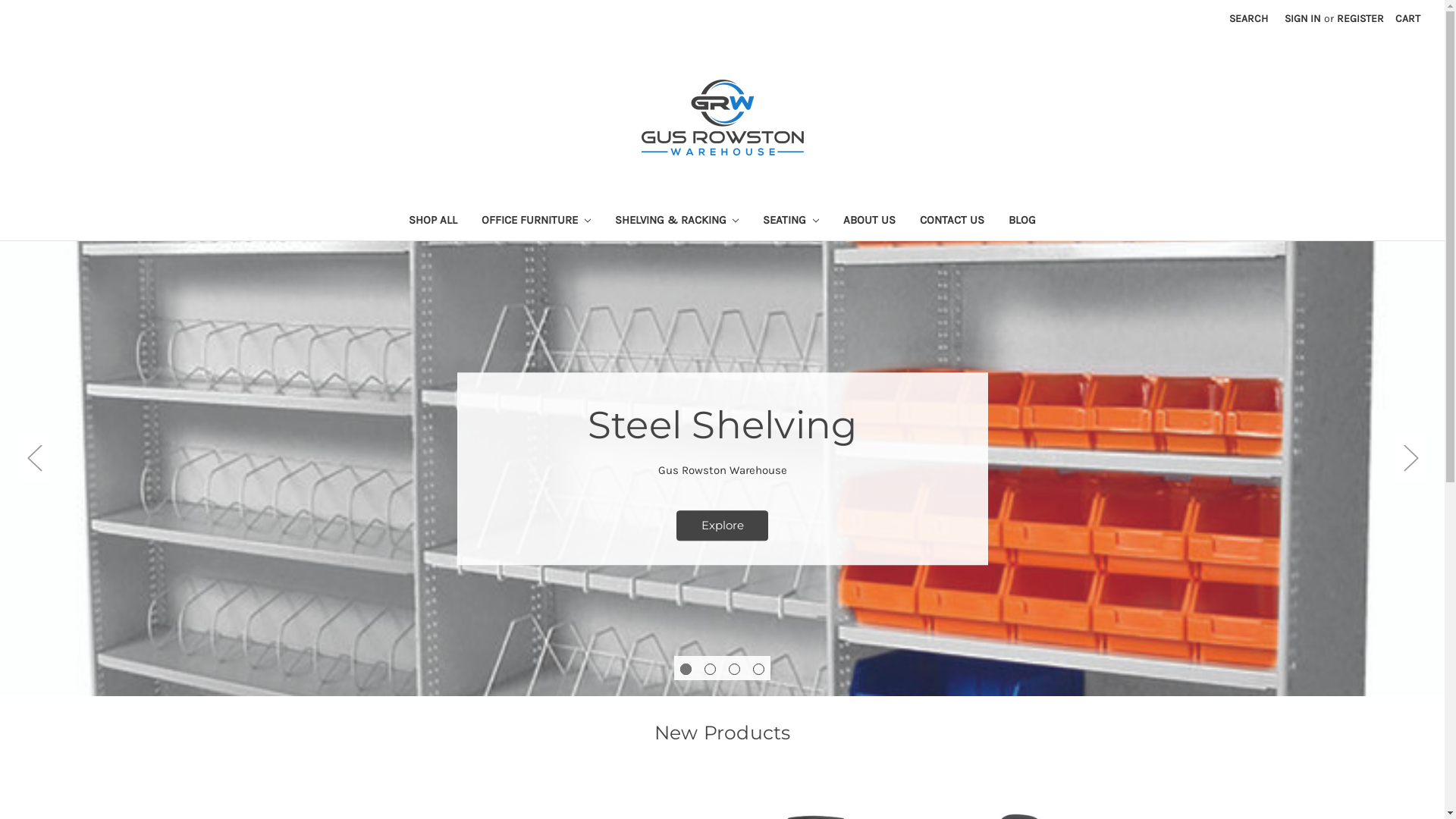  Describe the element at coordinates (869, 221) in the screenshot. I see `'ABOUT US'` at that location.